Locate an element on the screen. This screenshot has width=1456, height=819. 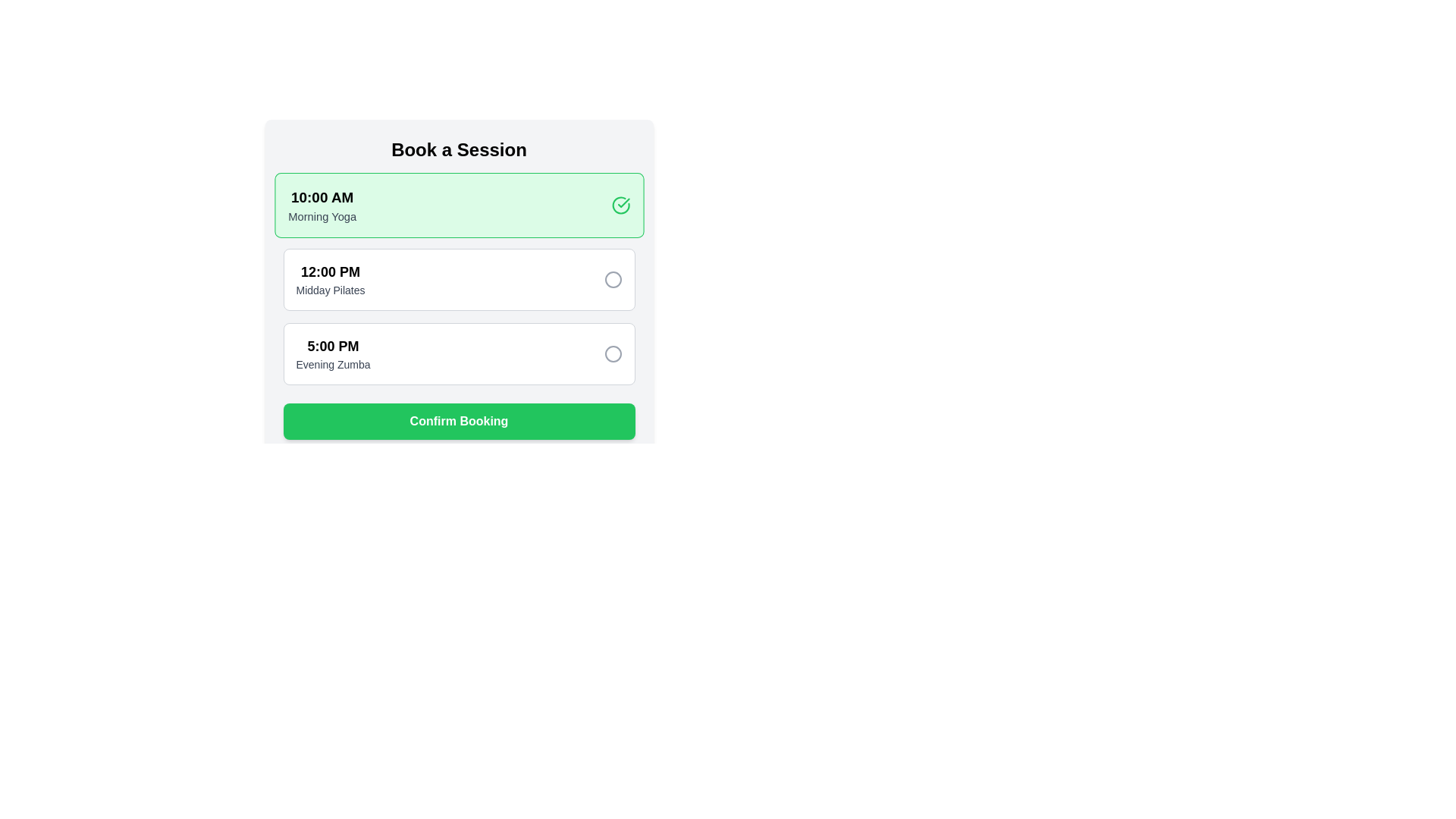
time displayed for the 'Midday Pilates' session, which is located above the text within the 'Book a Session' interface is located at coordinates (330, 271).